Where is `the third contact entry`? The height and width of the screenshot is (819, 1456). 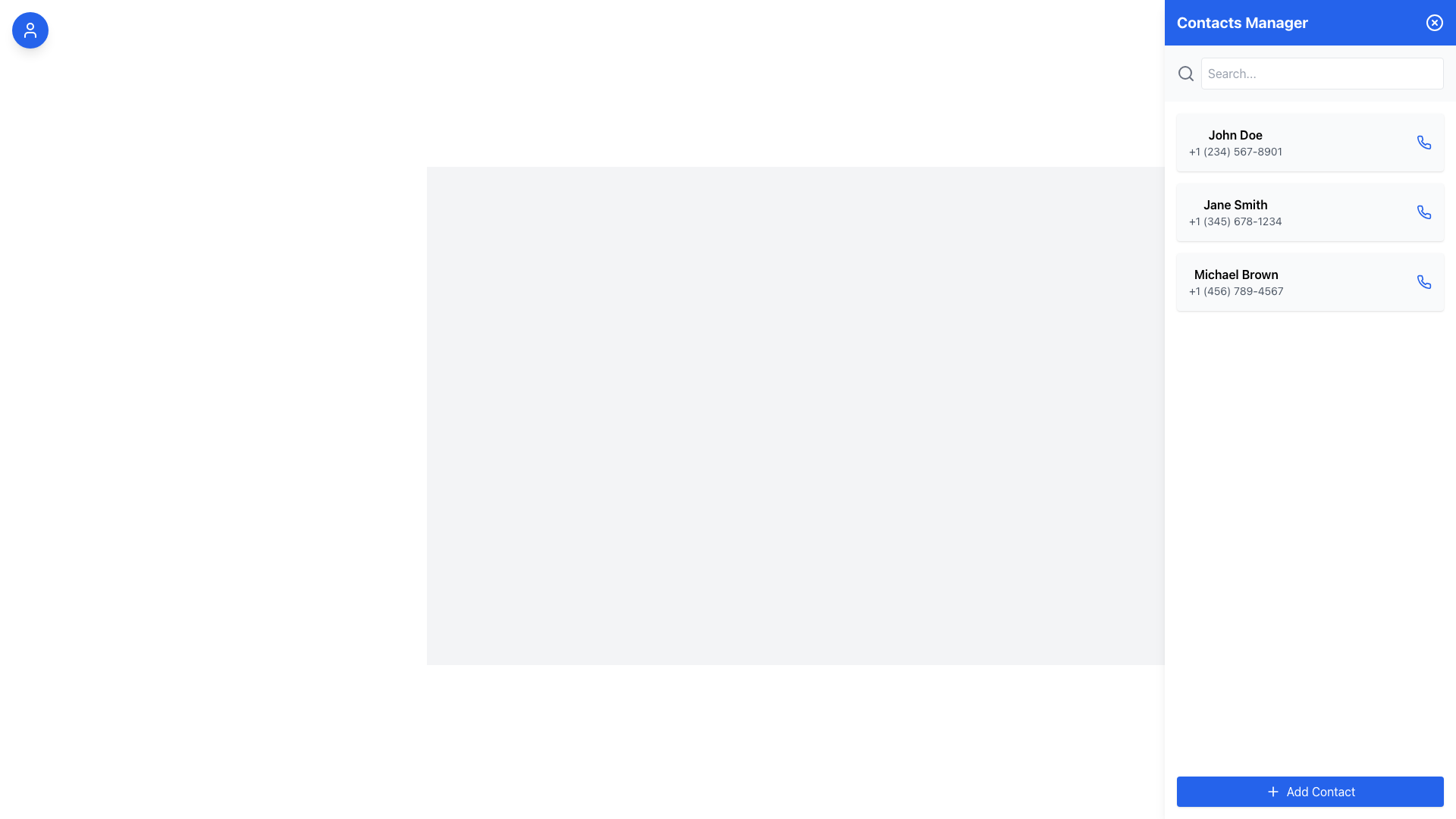
the third contact entry is located at coordinates (1310, 281).